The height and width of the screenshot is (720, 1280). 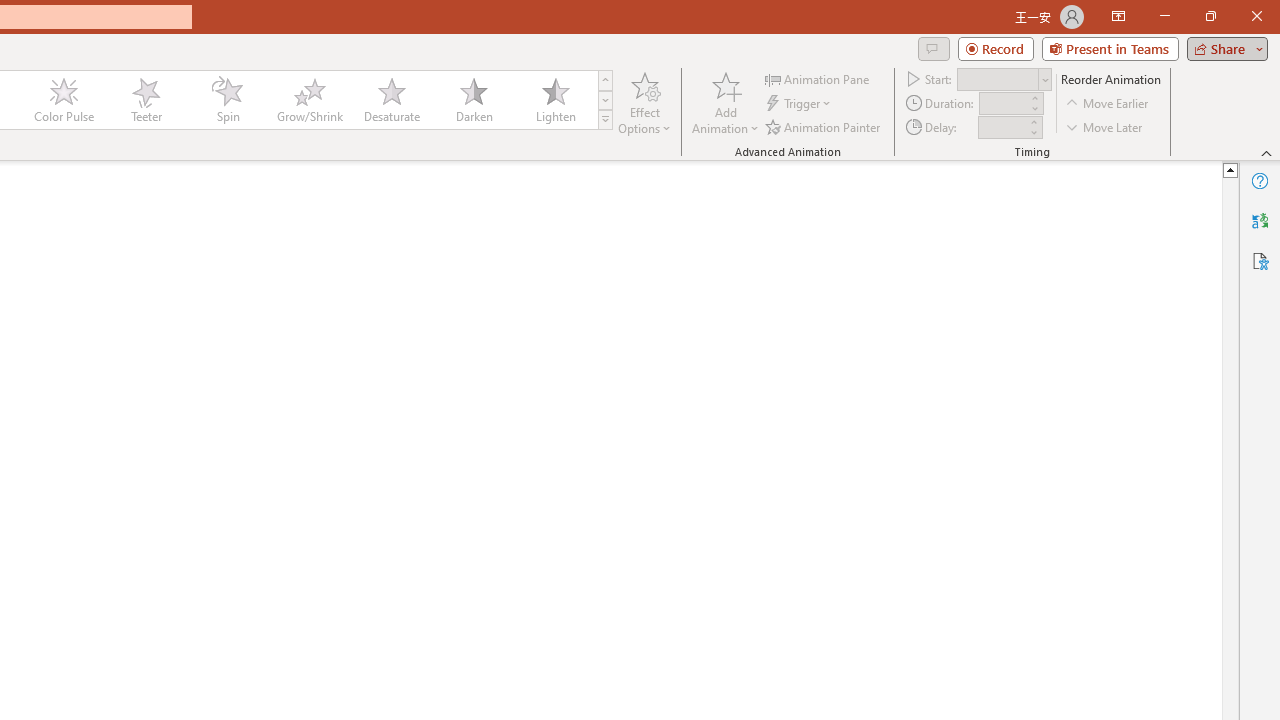 I want to click on 'More', so click(x=1033, y=121).